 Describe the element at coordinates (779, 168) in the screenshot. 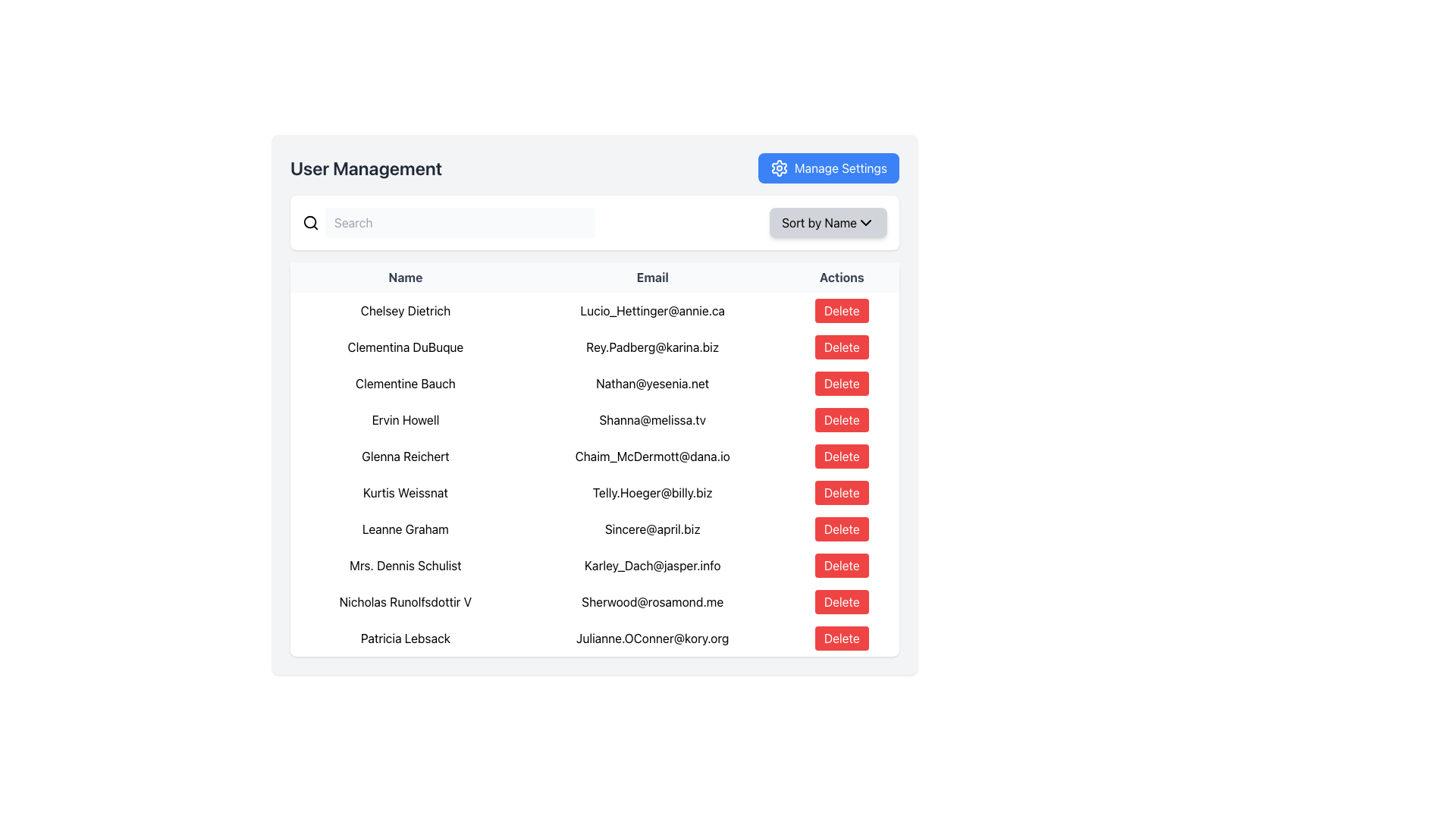

I see `the gear icon located on the left side of the blue button labeled 'Manage Settings'` at that location.